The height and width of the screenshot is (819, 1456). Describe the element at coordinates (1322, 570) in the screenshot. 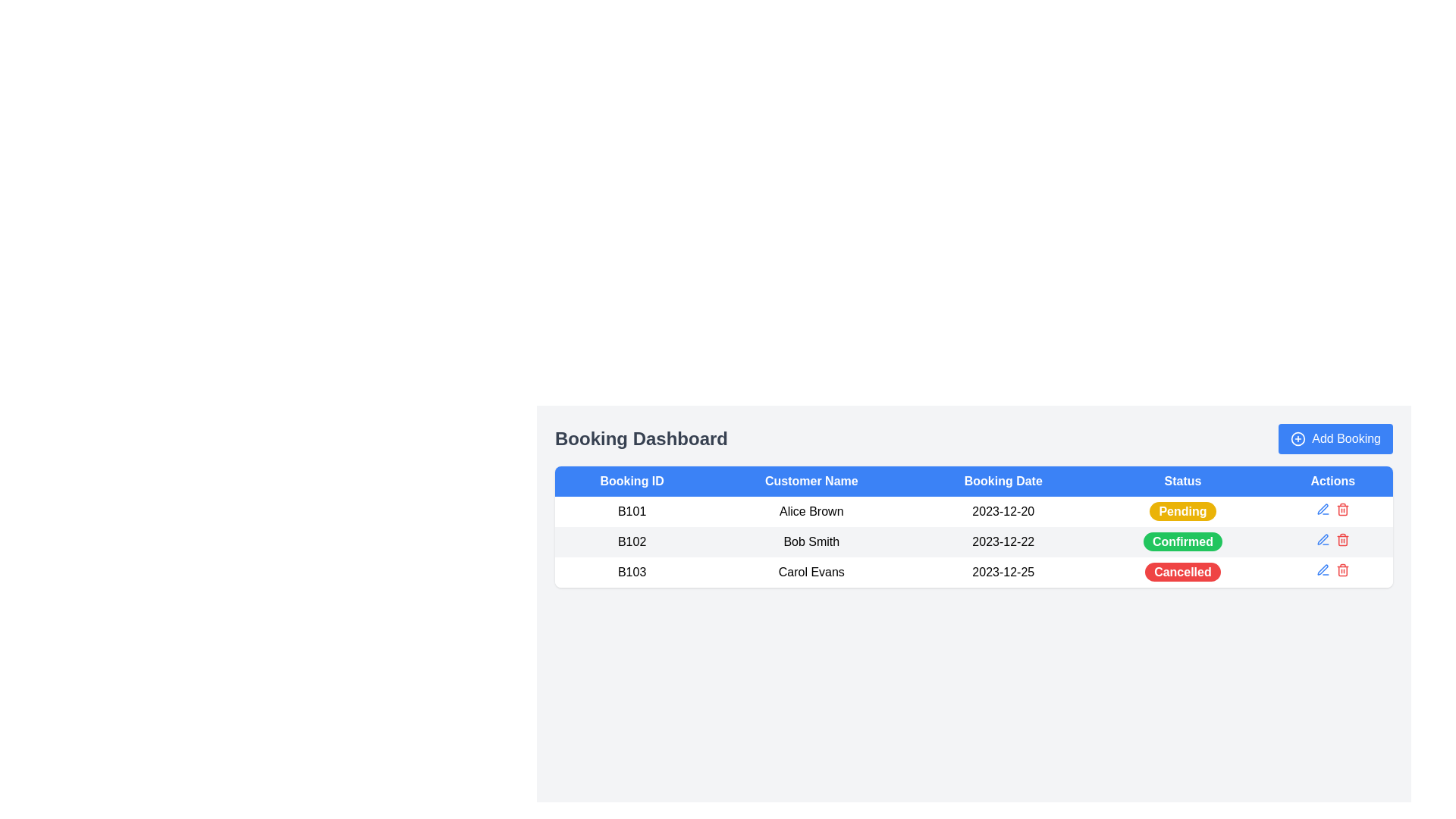

I see `the blue pen-shaped icon button in the 'Actions' column of the third row` at that location.